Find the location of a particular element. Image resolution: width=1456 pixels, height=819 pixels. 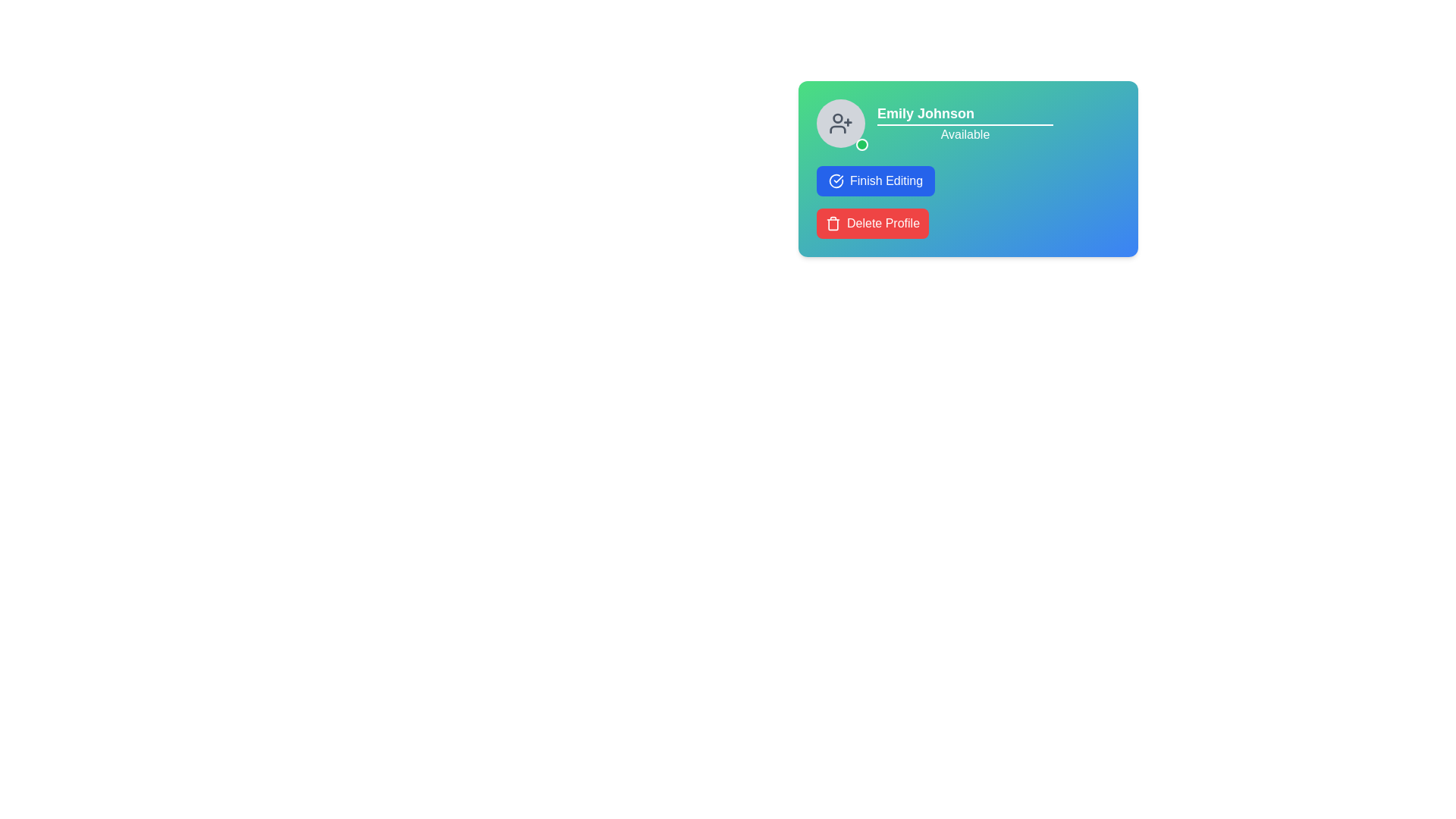

the decorative user profile addition icon located in the top-left corner within a circular gray background on a green-to-blue gradient card, positioned to the left of 'Emily Johnson' is located at coordinates (839, 122).